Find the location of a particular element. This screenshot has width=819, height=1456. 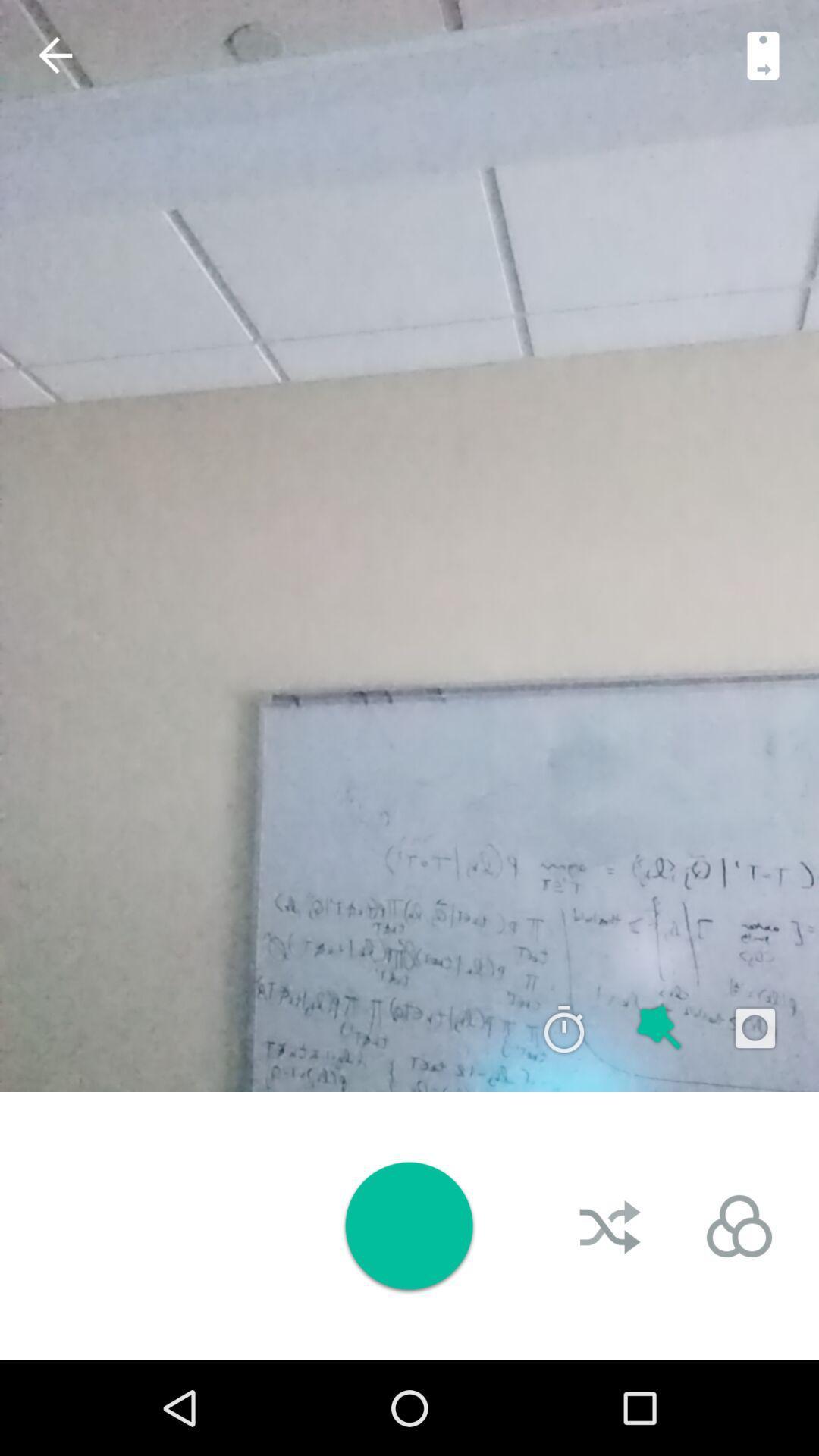

the time icon is located at coordinates (564, 1028).